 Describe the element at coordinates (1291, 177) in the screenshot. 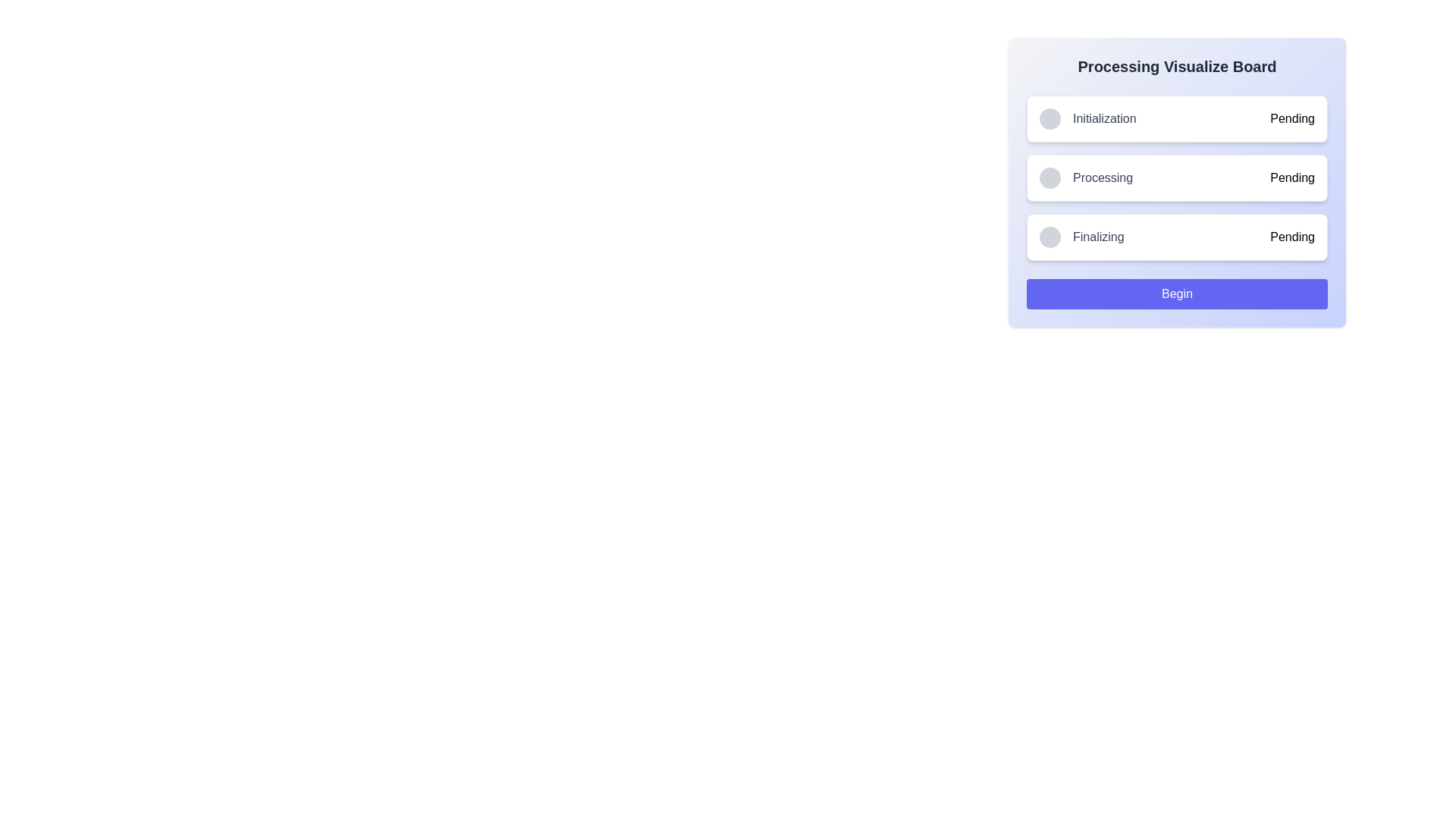

I see `the 'Pending' status text label located in the second row of the list under 'Processing Visualize Board', positioned to the right of the 'Processing' text and a circular icon` at that location.